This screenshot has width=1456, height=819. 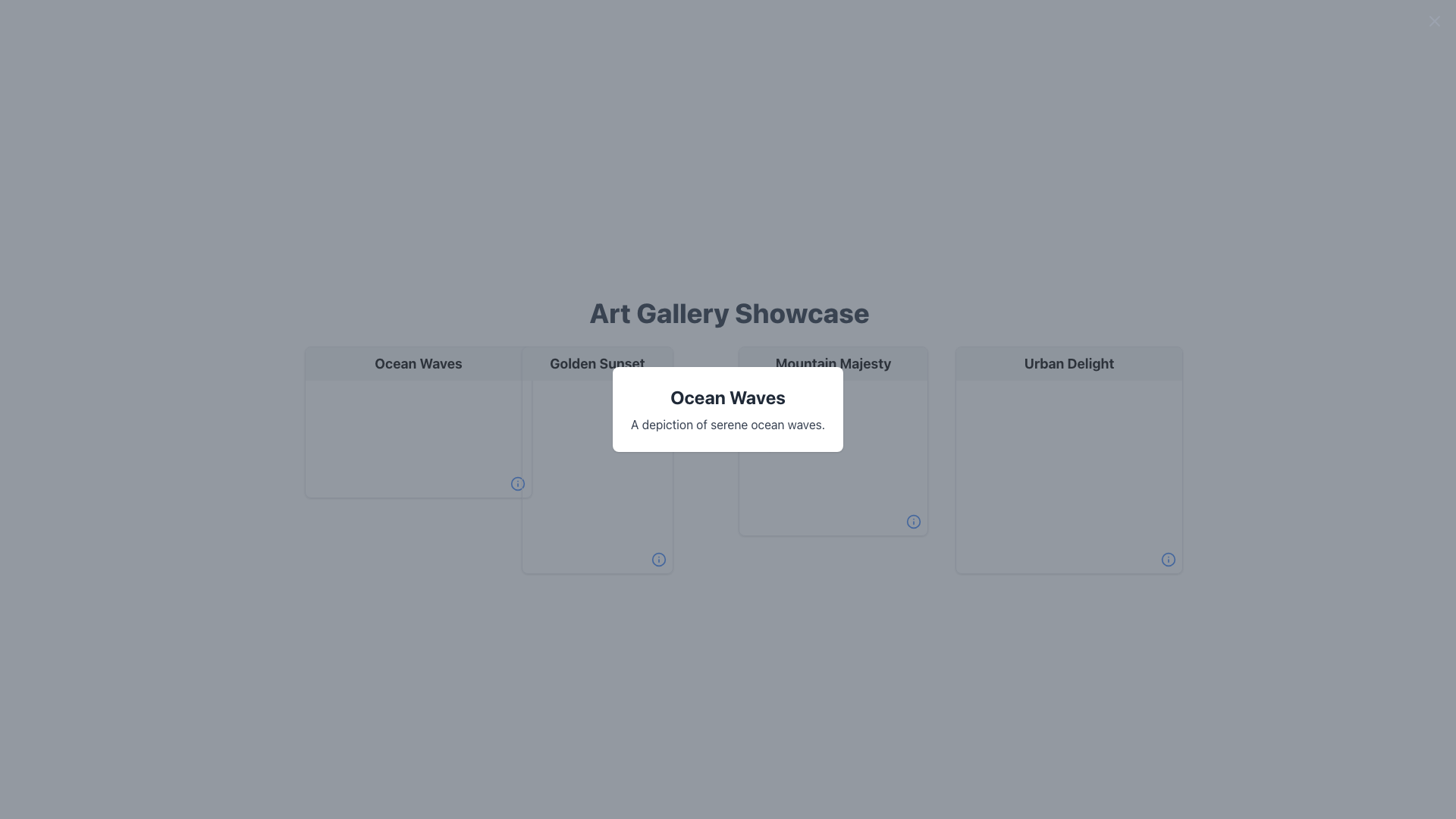 What do you see at coordinates (1167, 559) in the screenshot?
I see `the circular Icon Component that is part of an information icon located in the bottom-right corner of the 'Urban Delight' section` at bounding box center [1167, 559].